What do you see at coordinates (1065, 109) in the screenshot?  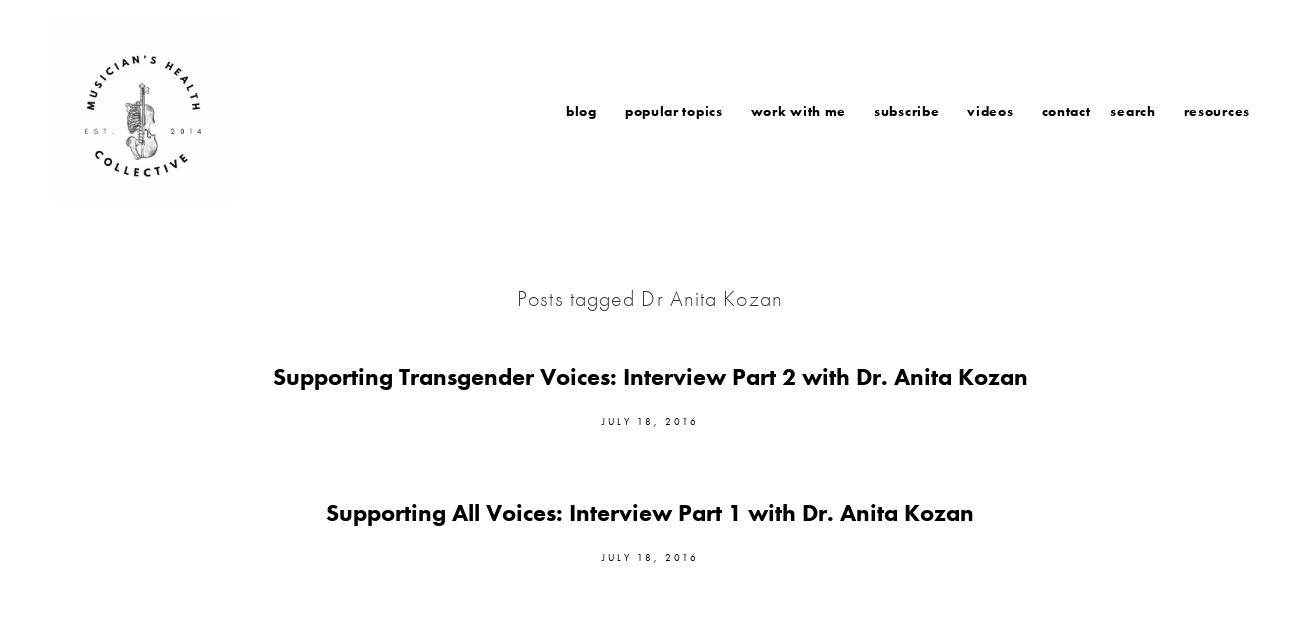 I see `'Contact'` at bounding box center [1065, 109].